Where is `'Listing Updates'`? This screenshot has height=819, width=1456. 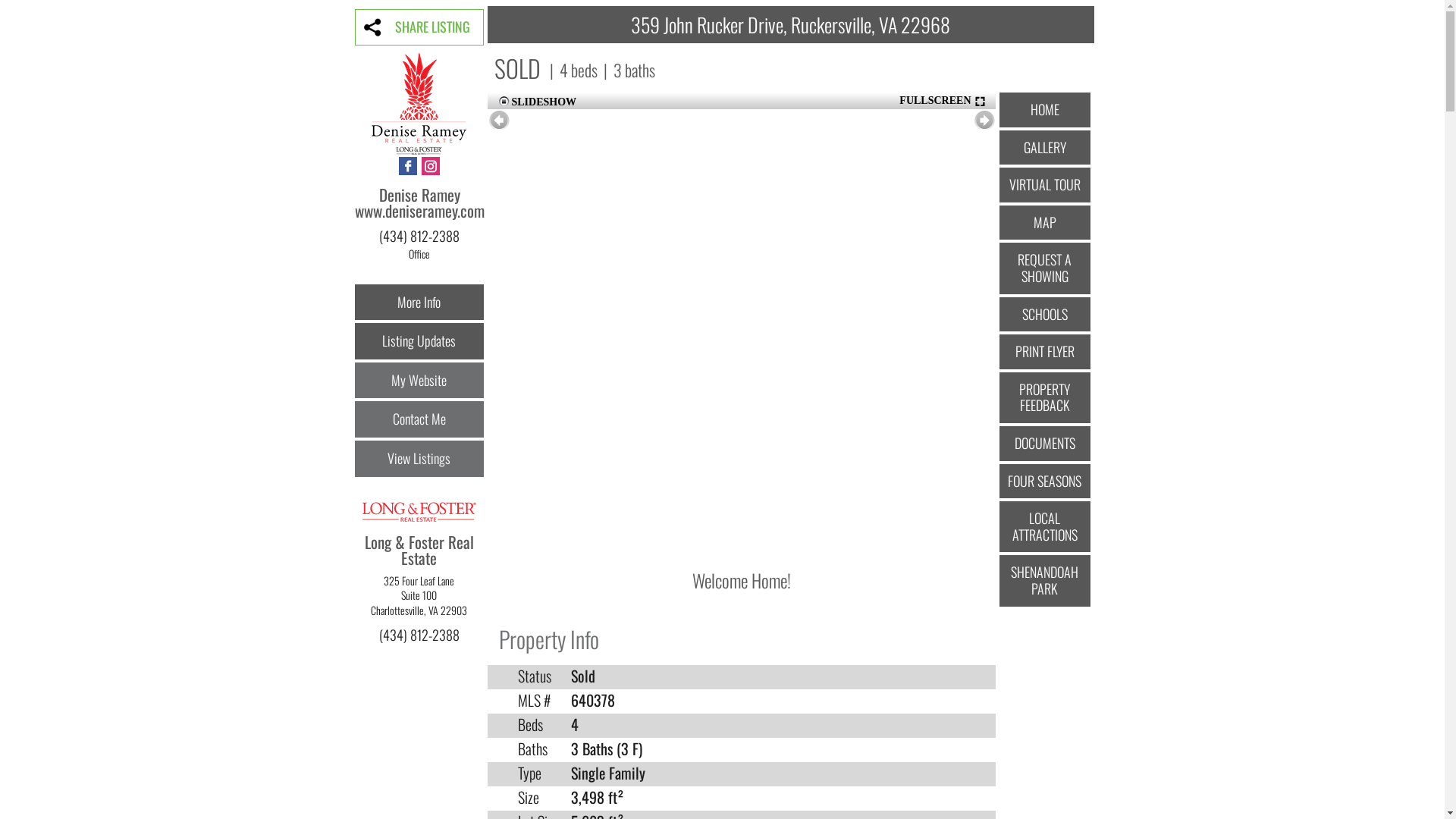
'Listing Updates' is located at coordinates (419, 341).